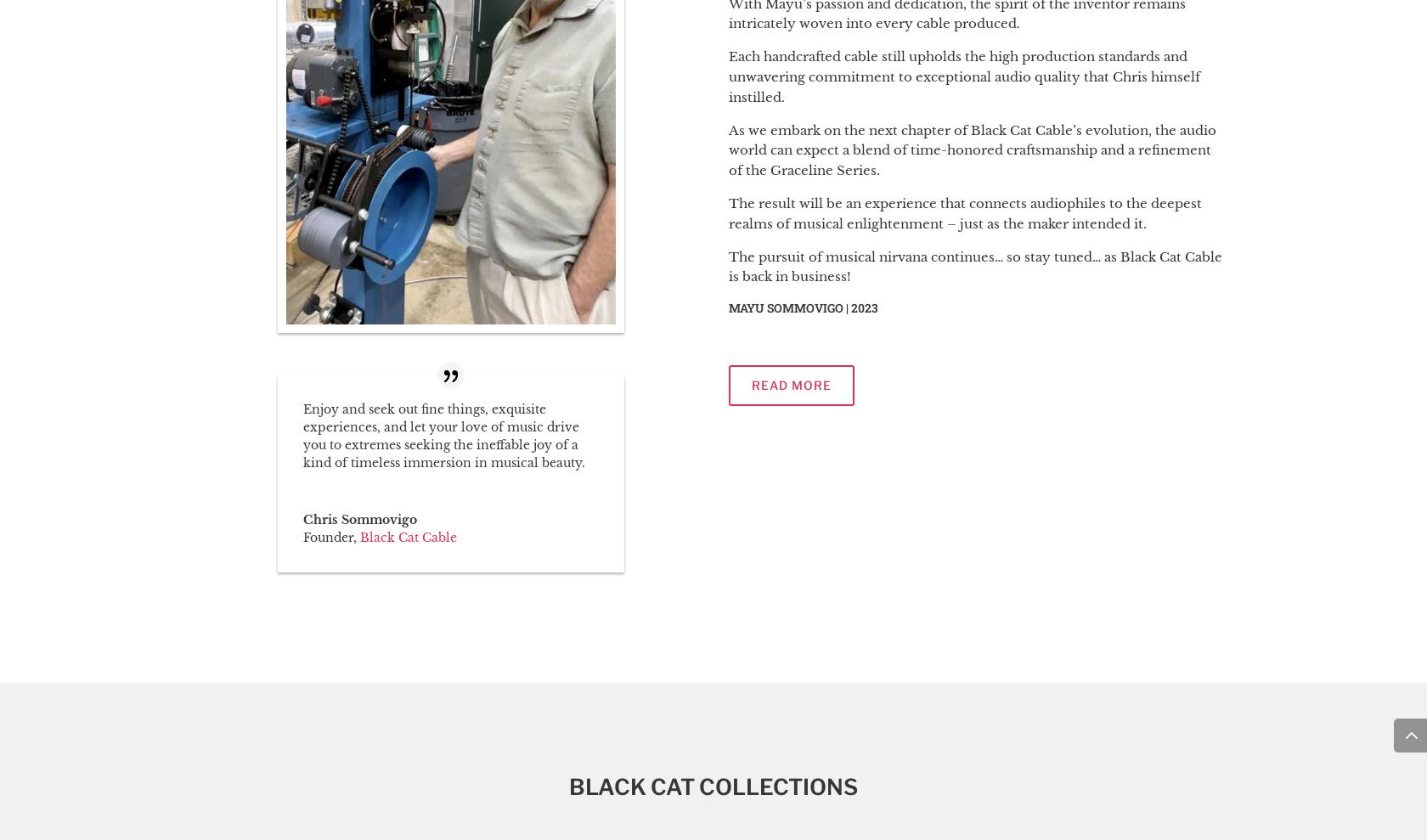 The height and width of the screenshot is (840, 1427). I want to click on 'Founder', so click(303, 537).